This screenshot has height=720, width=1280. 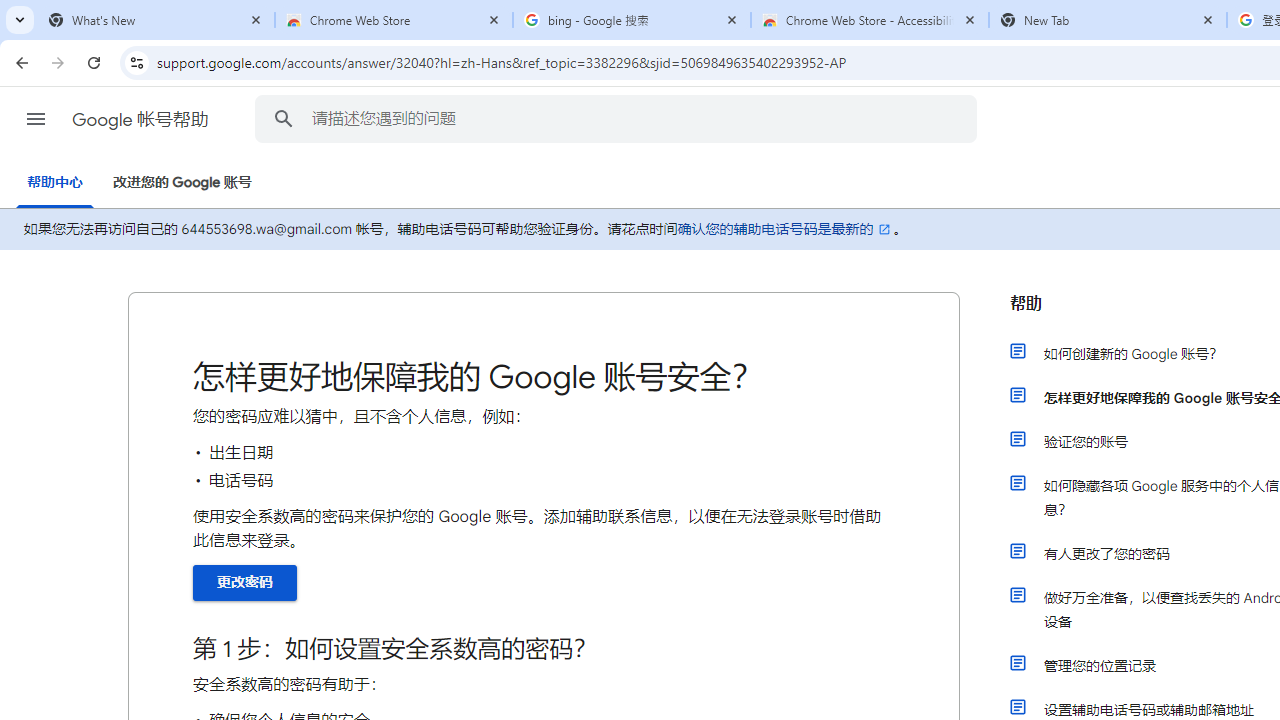 I want to click on 'What', so click(x=155, y=20).